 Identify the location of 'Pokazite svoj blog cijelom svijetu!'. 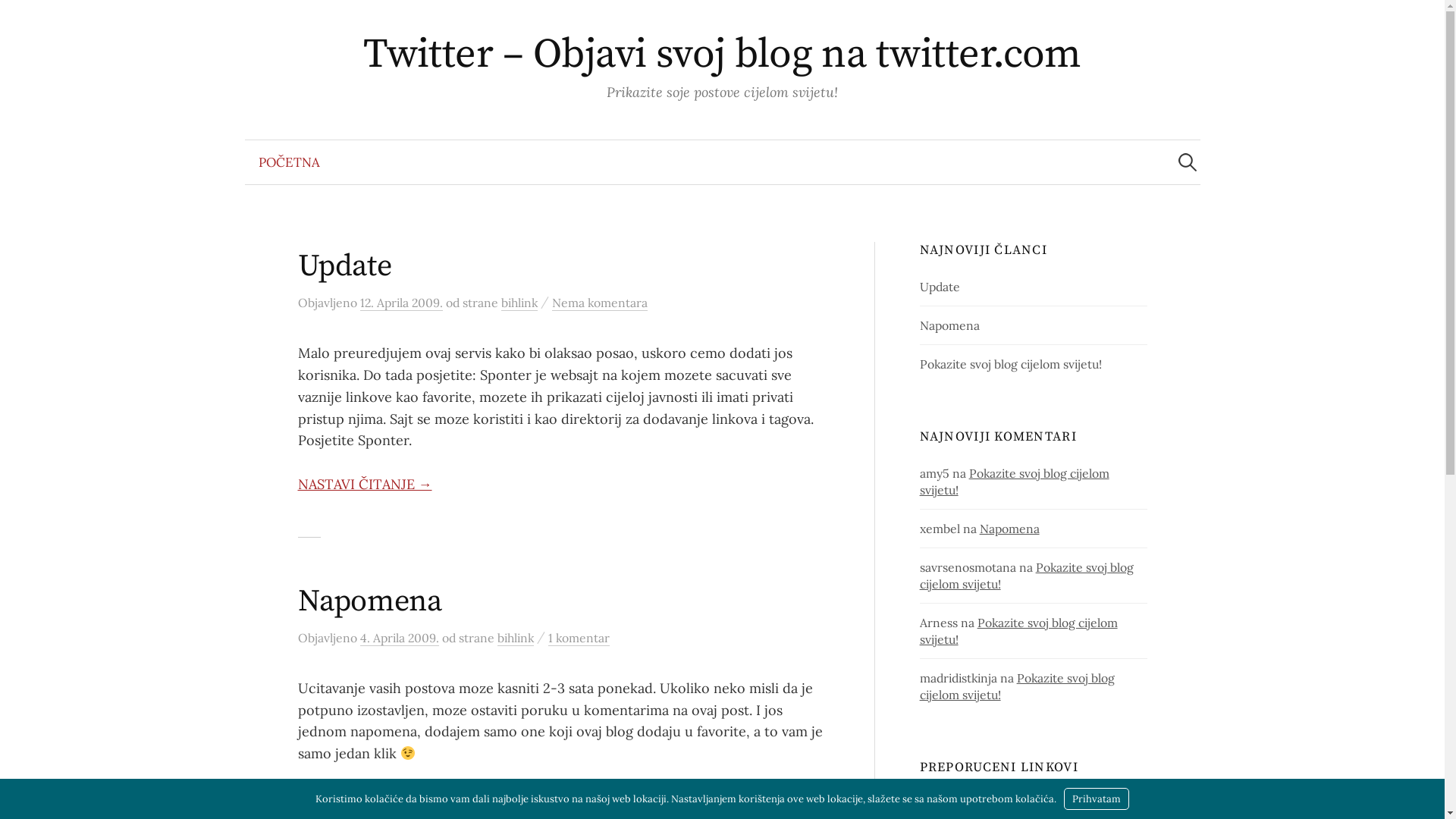
(1026, 576).